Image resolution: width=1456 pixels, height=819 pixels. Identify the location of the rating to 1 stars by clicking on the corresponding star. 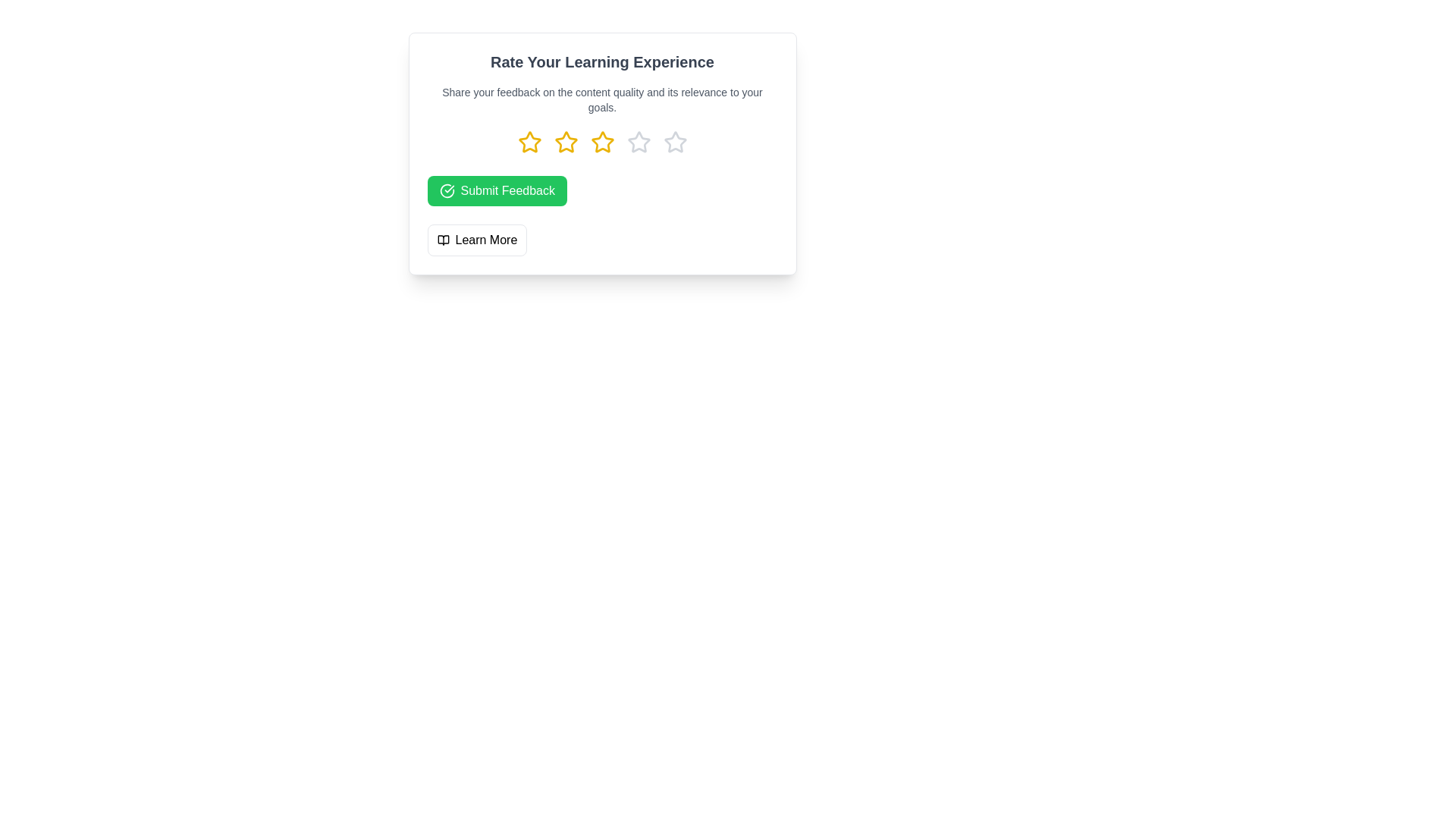
(529, 143).